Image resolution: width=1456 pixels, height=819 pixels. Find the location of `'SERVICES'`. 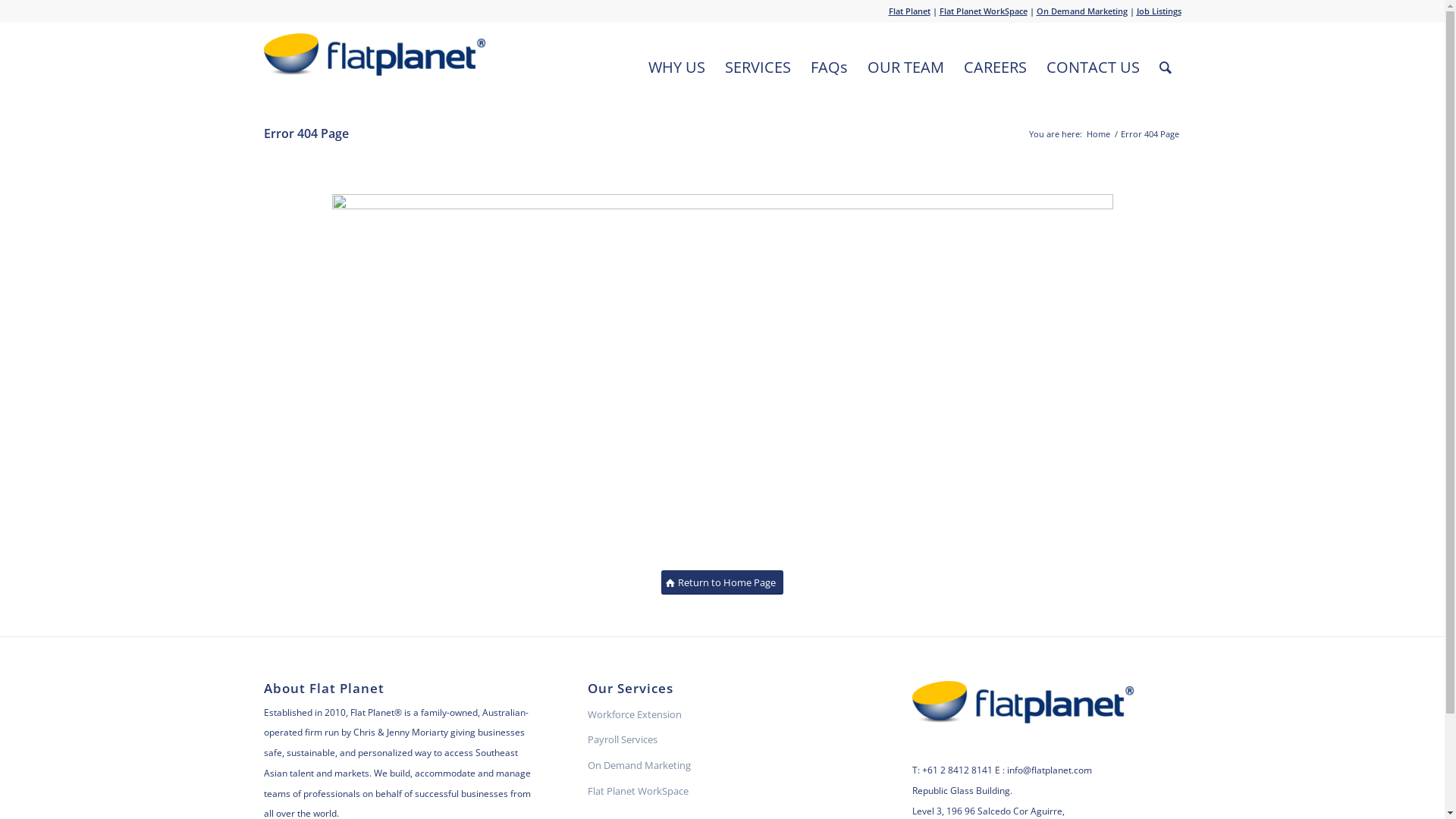

'SERVICES' is located at coordinates (757, 66).